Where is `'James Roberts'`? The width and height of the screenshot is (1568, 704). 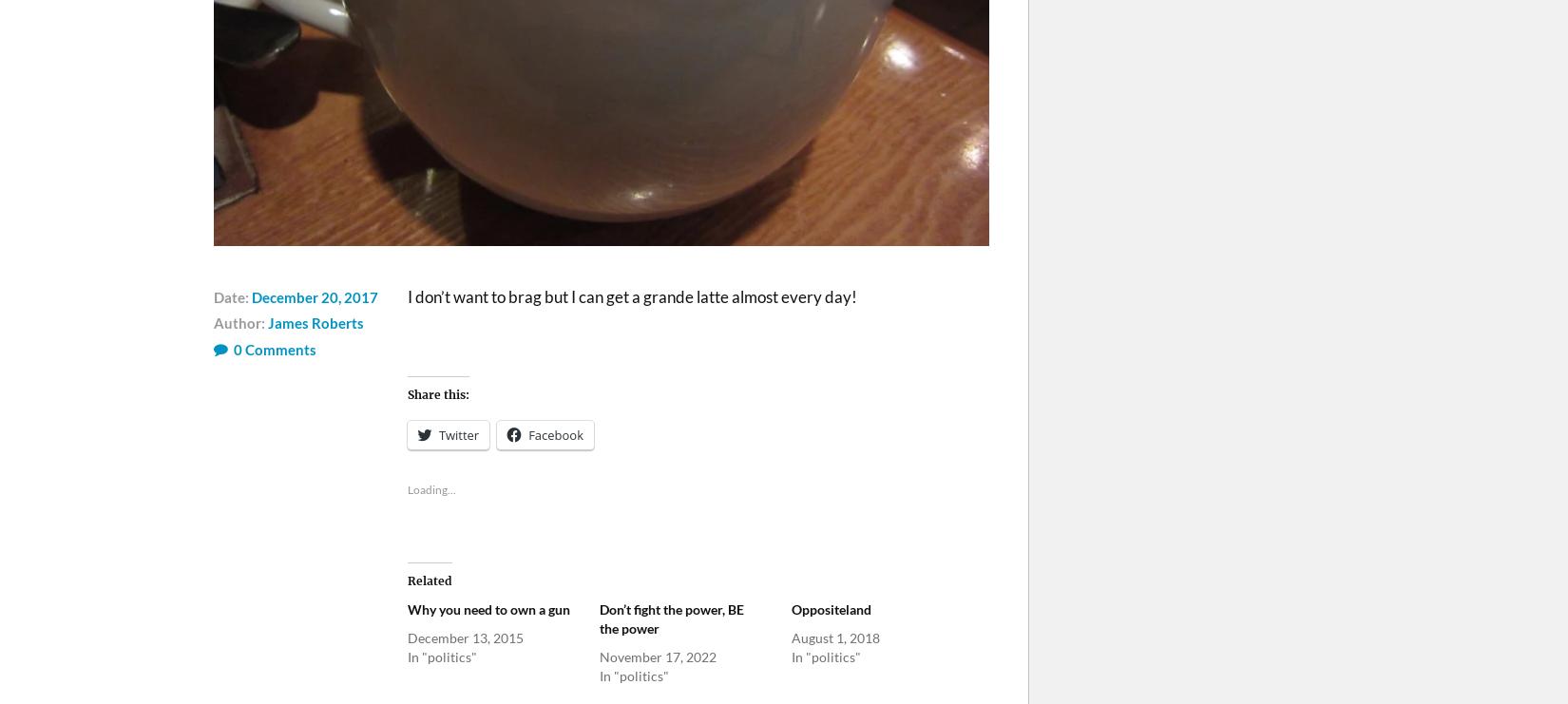
'James Roberts' is located at coordinates (267, 322).